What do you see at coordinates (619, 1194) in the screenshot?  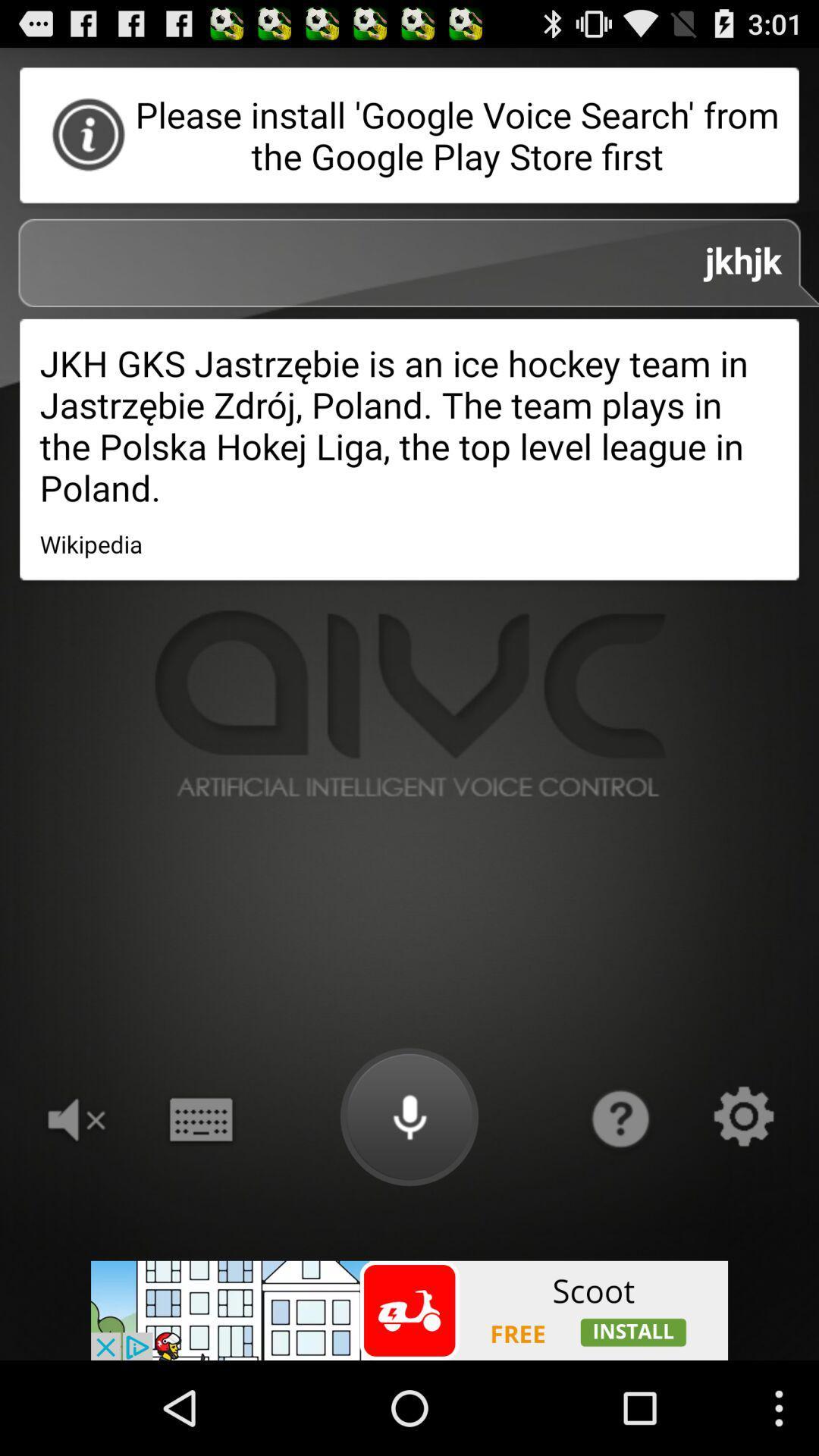 I see `the help icon` at bounding box center [619, 1194].